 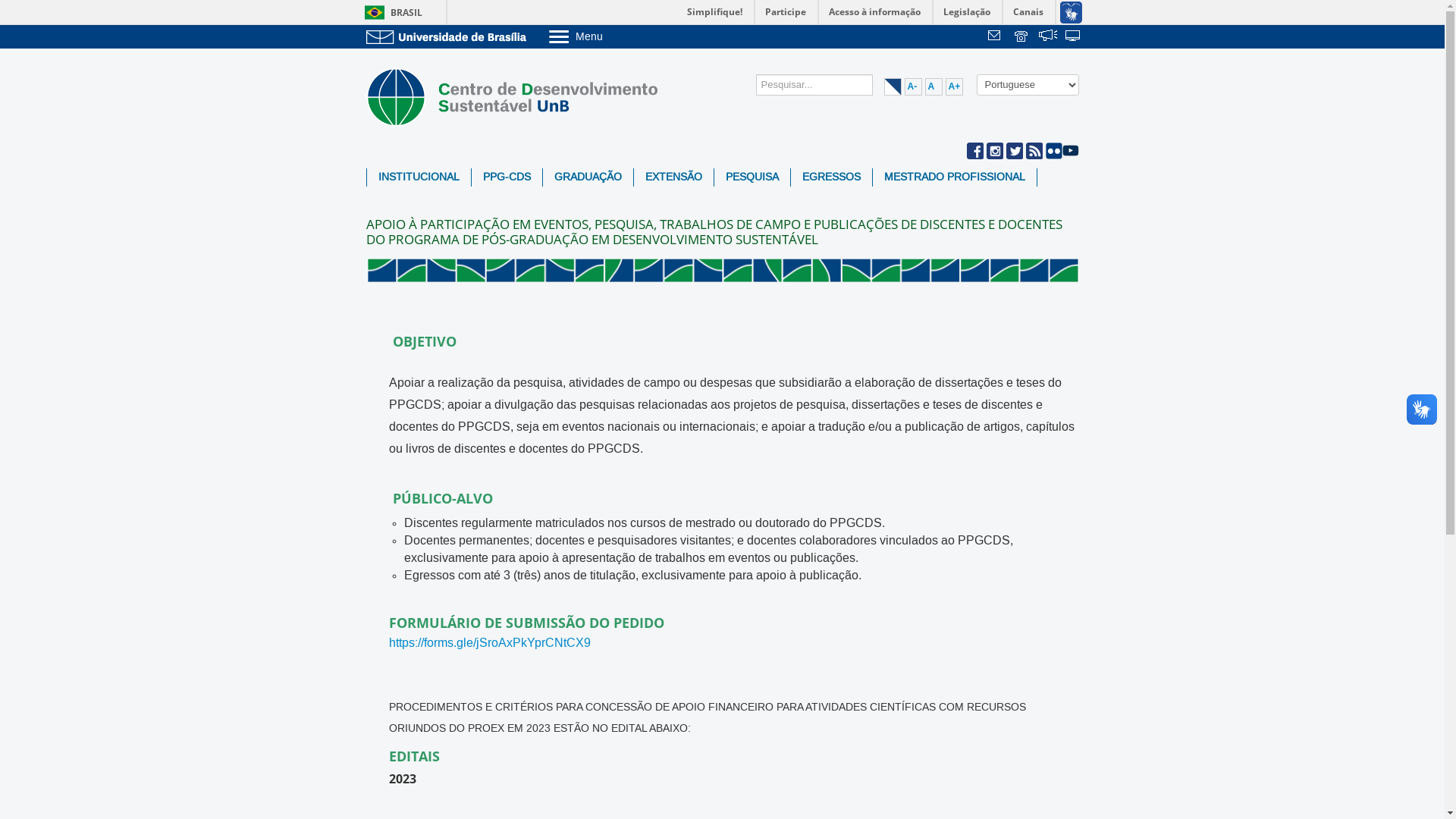 What do you see at coordinates (952, 86) in the screenshot?
I see `'A+'` at bounding box center [952, 86].